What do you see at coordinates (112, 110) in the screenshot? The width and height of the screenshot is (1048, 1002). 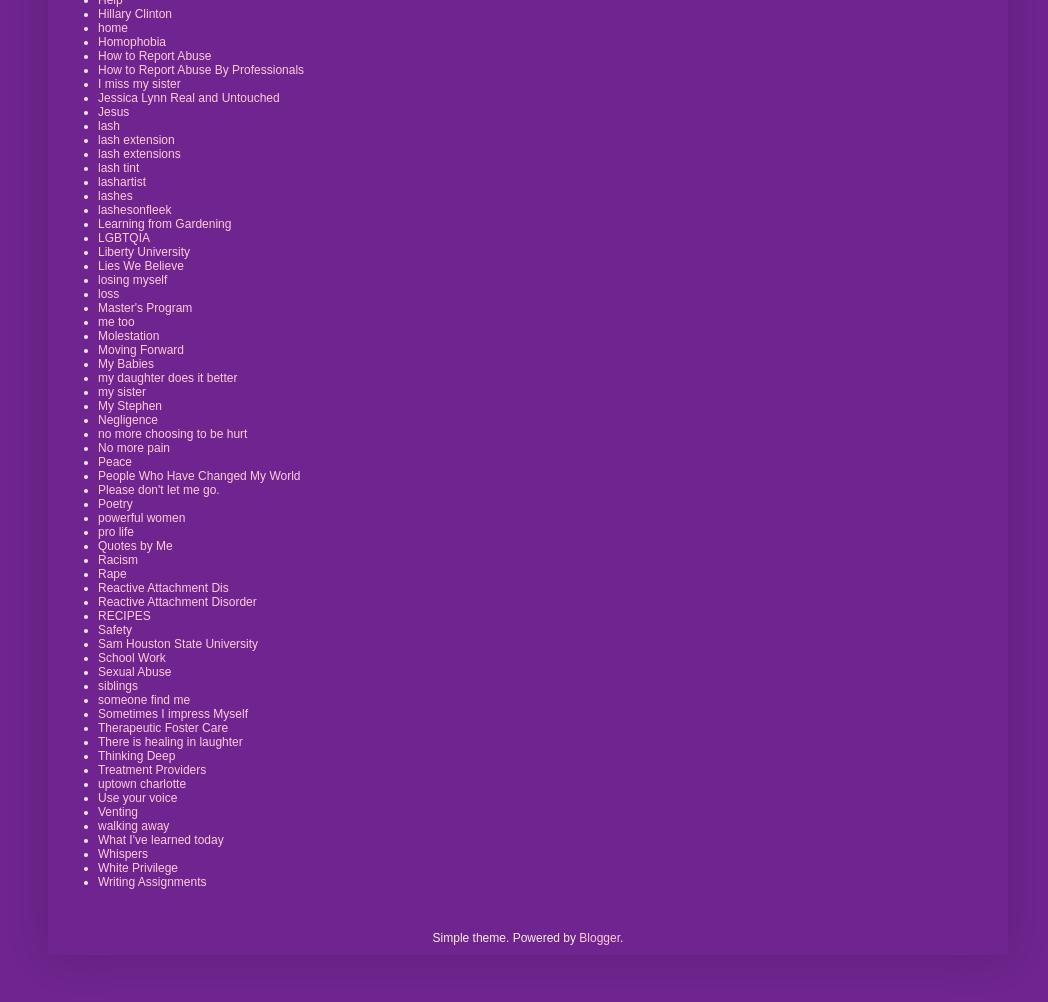 I see `'Jesus'` at bounding box center [112, 110].